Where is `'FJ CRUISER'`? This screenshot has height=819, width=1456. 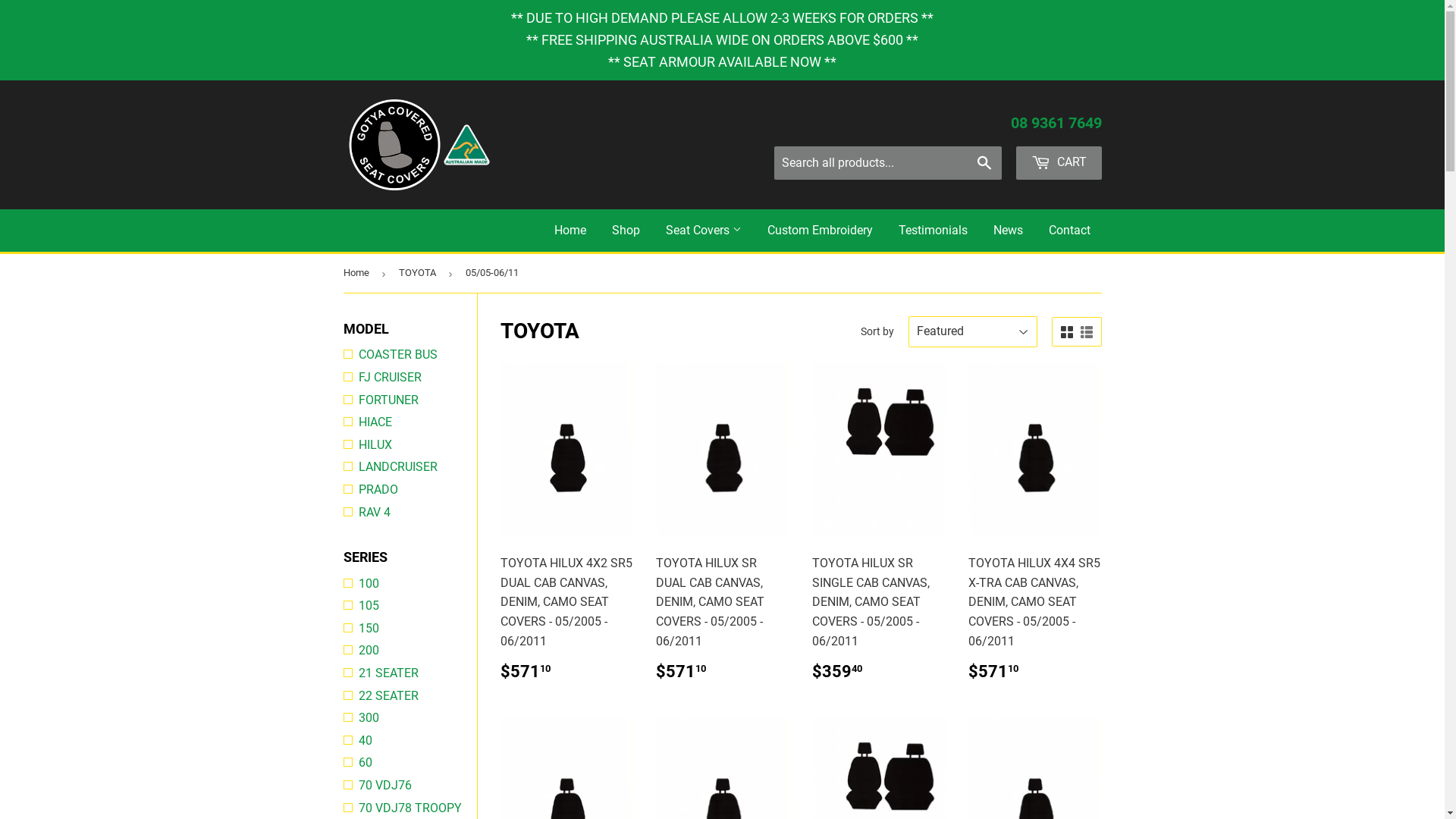 'FJ CRUISER' is located at coordinates (409, 376).